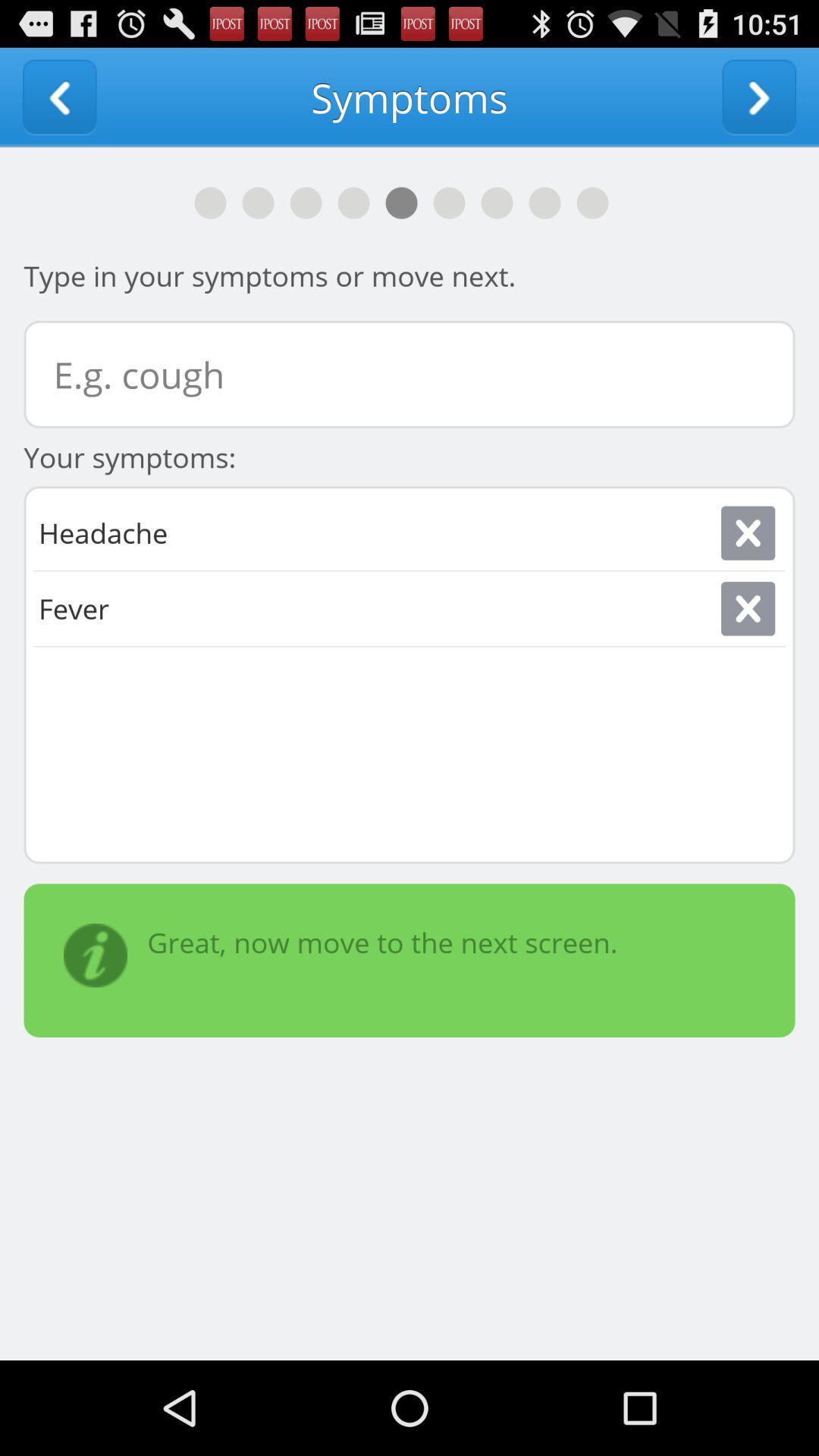 The image size is (819, 1456). I want to click on go back, so click(58, 96).